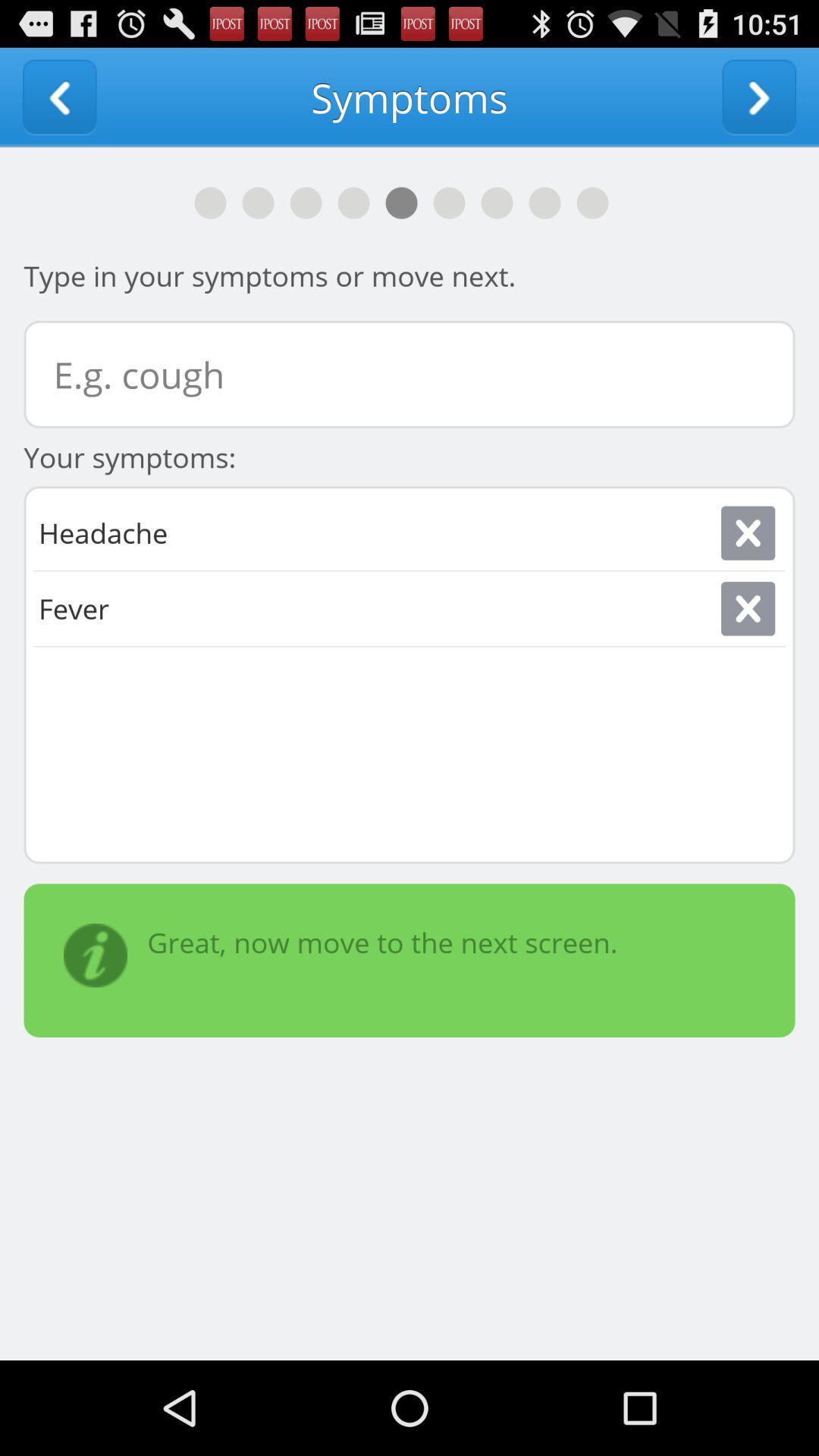 The image size is (819, 1456). I want to click on go back, so click(58, 96).